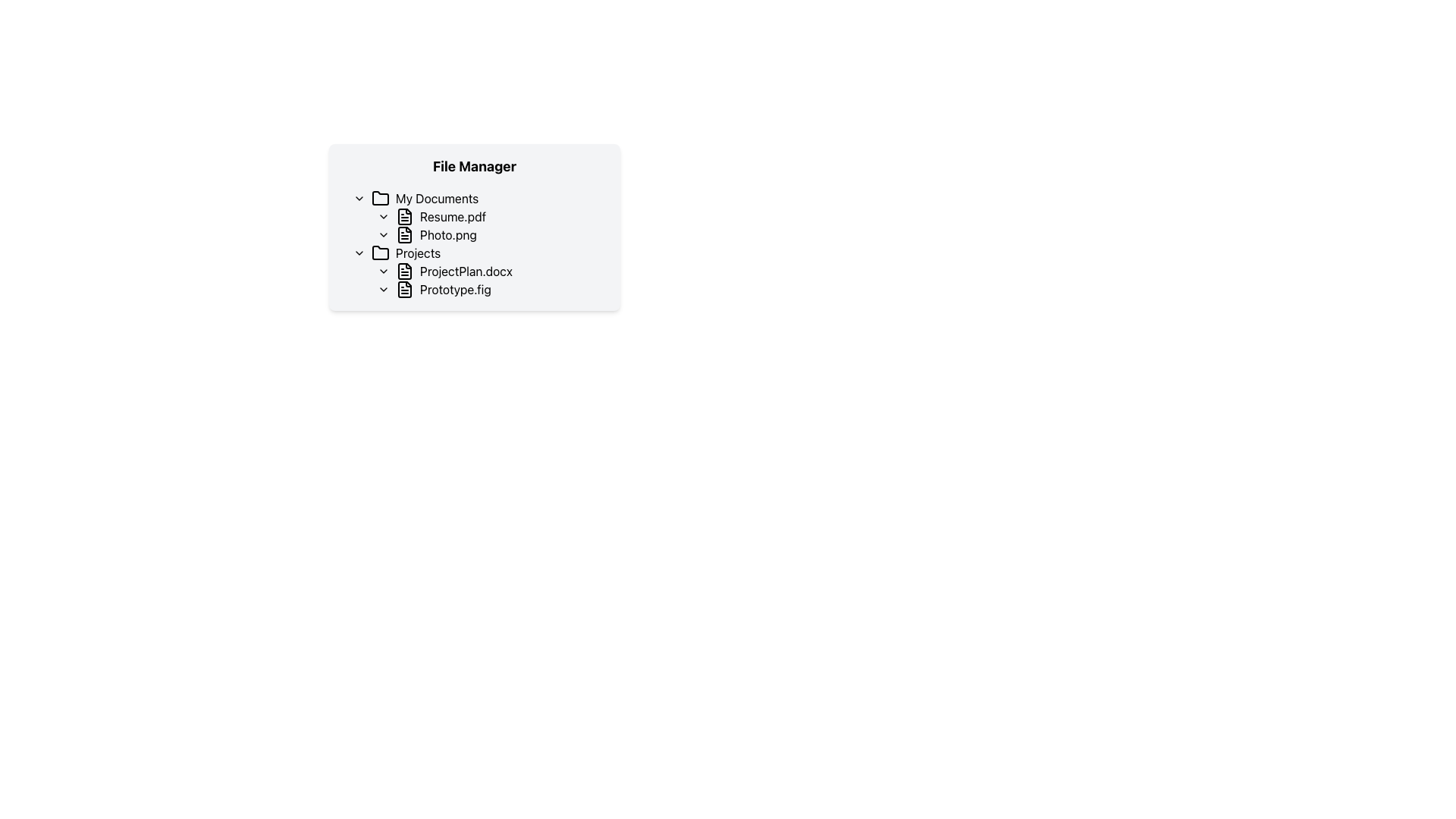 This screenshot has width=1456, height=819. I want to click on the small black outline document icon adjacent to the text 'Resume.pdf', so click(404, 216).